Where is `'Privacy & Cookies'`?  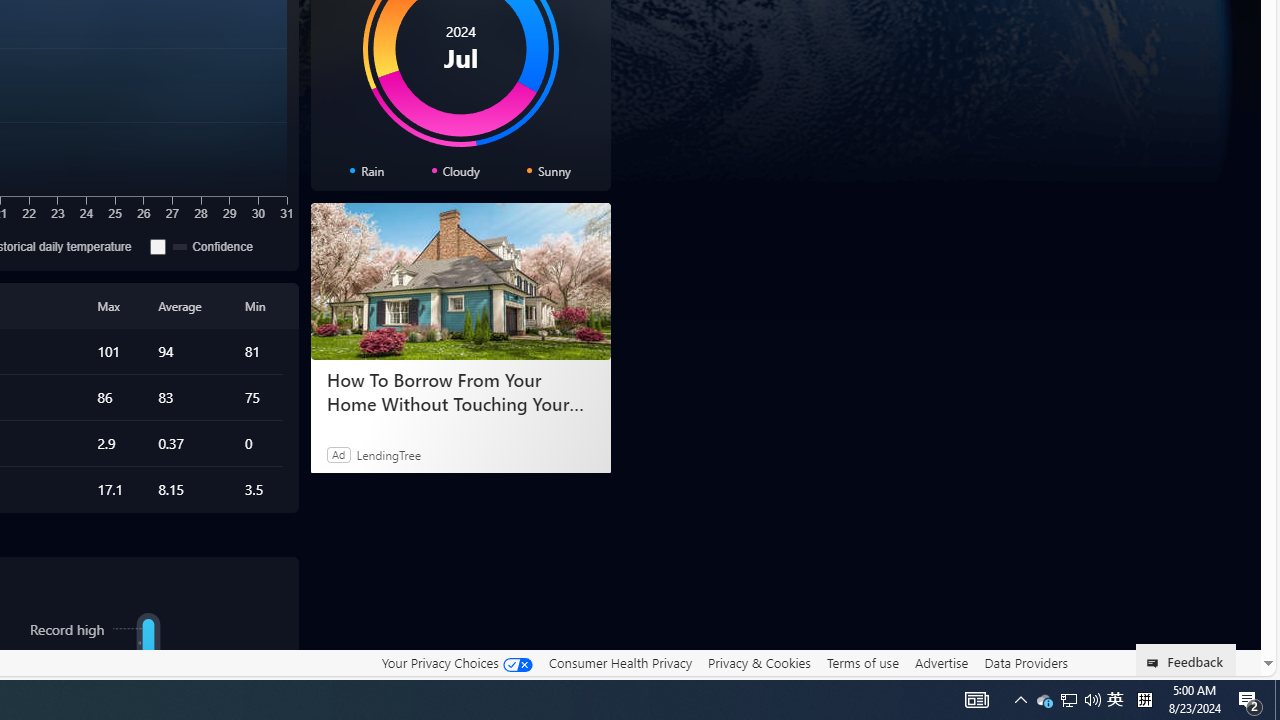 'Privacy & Cookies' is located at coordinates (758, 663).